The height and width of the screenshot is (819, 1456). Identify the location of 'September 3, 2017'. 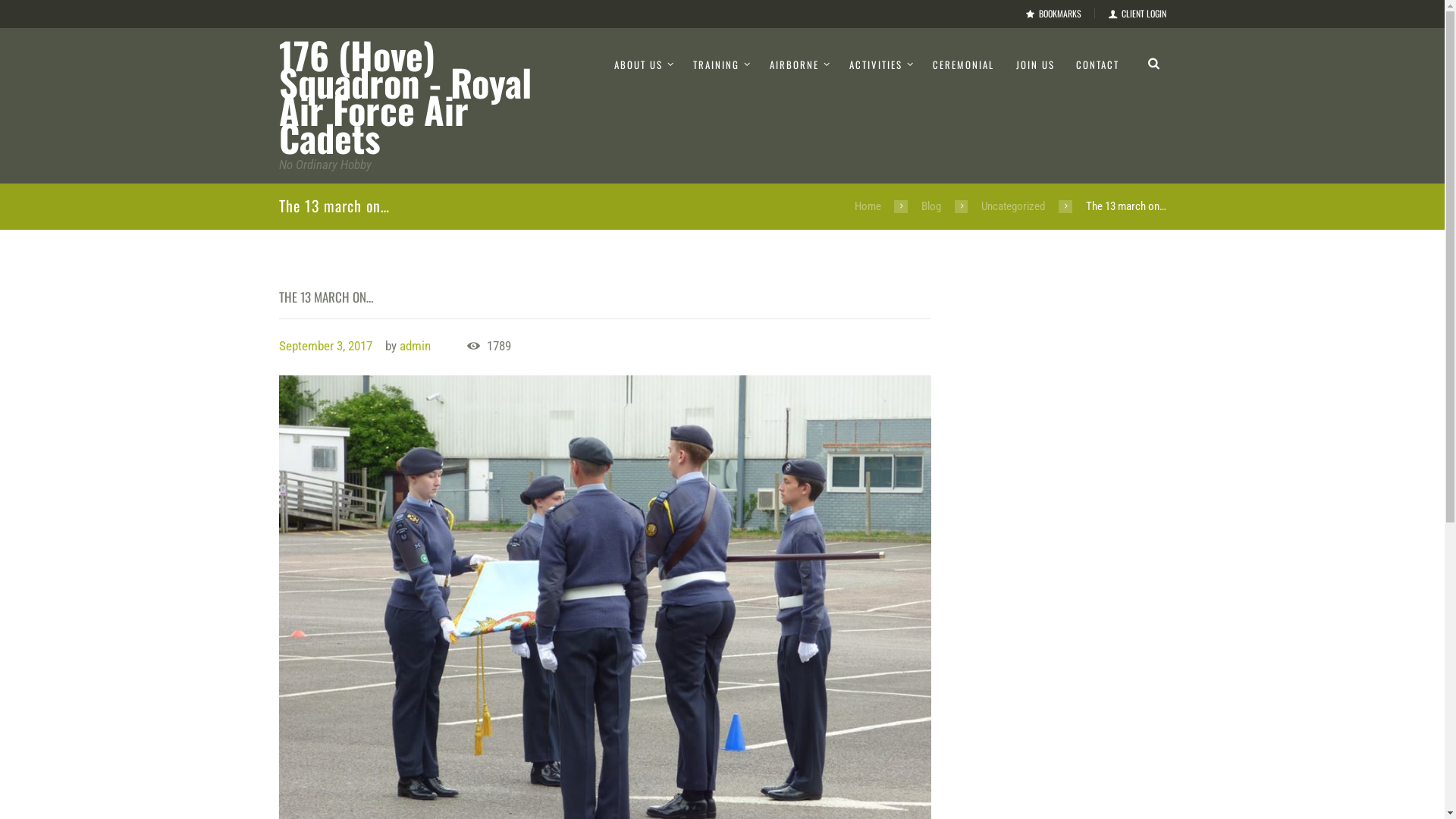
(325, 345).